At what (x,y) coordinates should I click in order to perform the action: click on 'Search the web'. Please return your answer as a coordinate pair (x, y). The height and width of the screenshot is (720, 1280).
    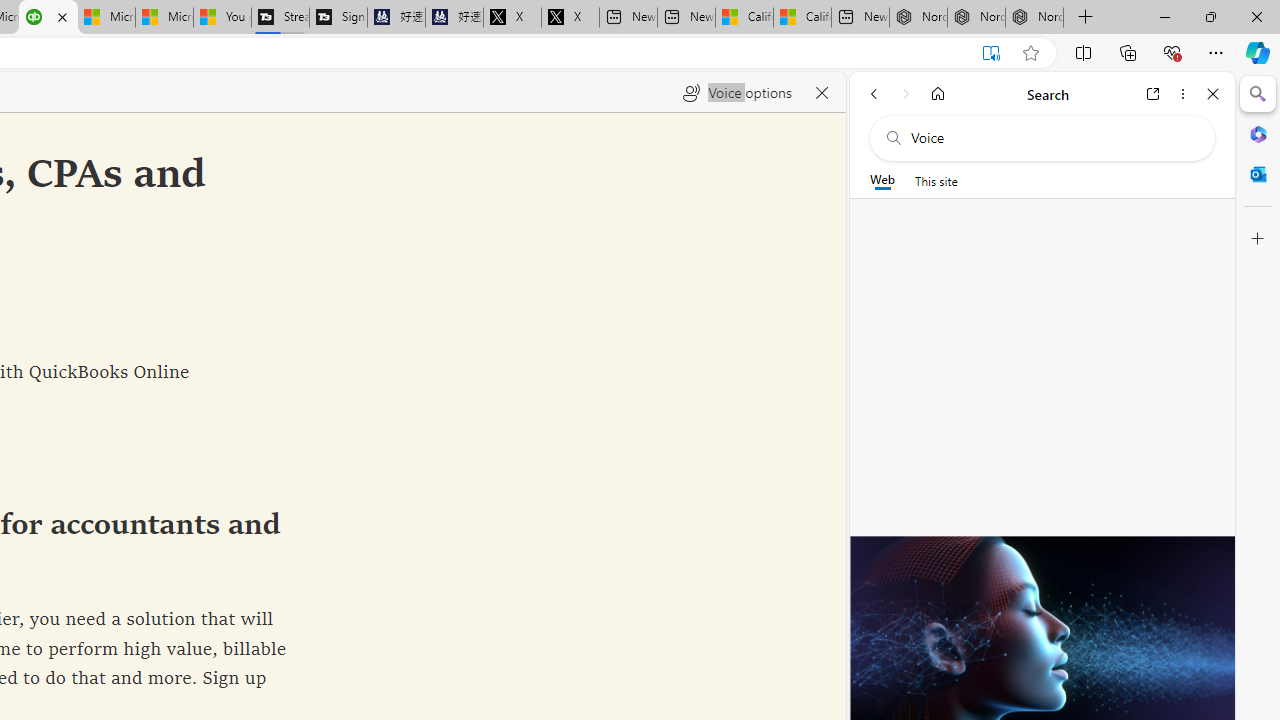
    Looking at the image, I should click on (1051, 137).